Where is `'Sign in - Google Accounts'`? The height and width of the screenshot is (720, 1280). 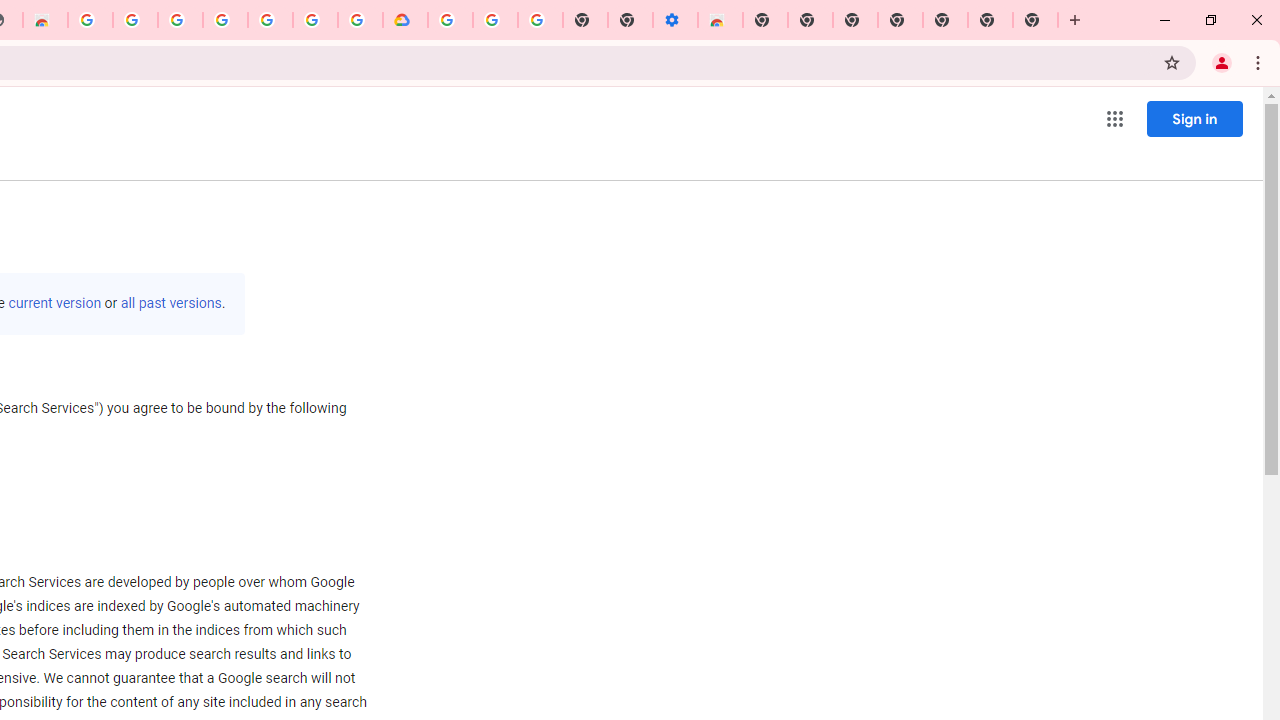
'Sign in - Google Accounts' is located at coordinates (180, 20).